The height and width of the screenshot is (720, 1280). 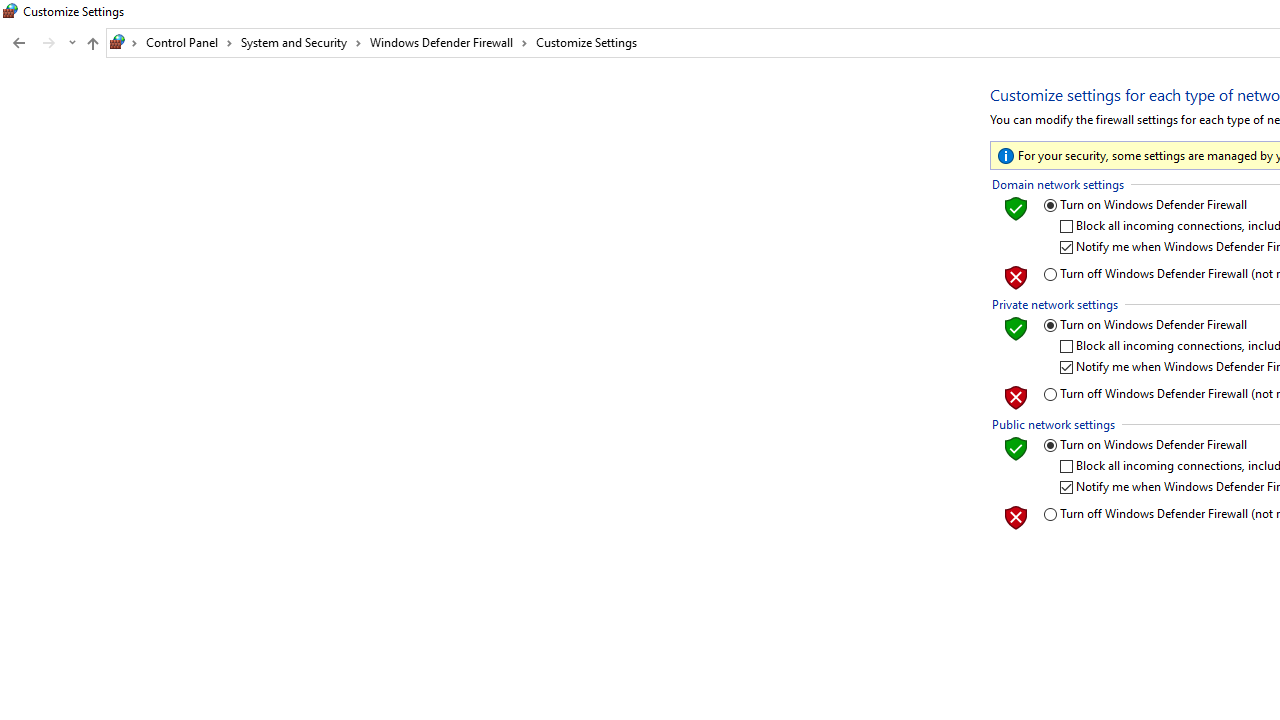 What do you see at coordinates (19, 43) in the screenshot?
I see `'Back to Windows Defender Firewall (Alt + Left Arrow)'` at bounding box center [19, 43].